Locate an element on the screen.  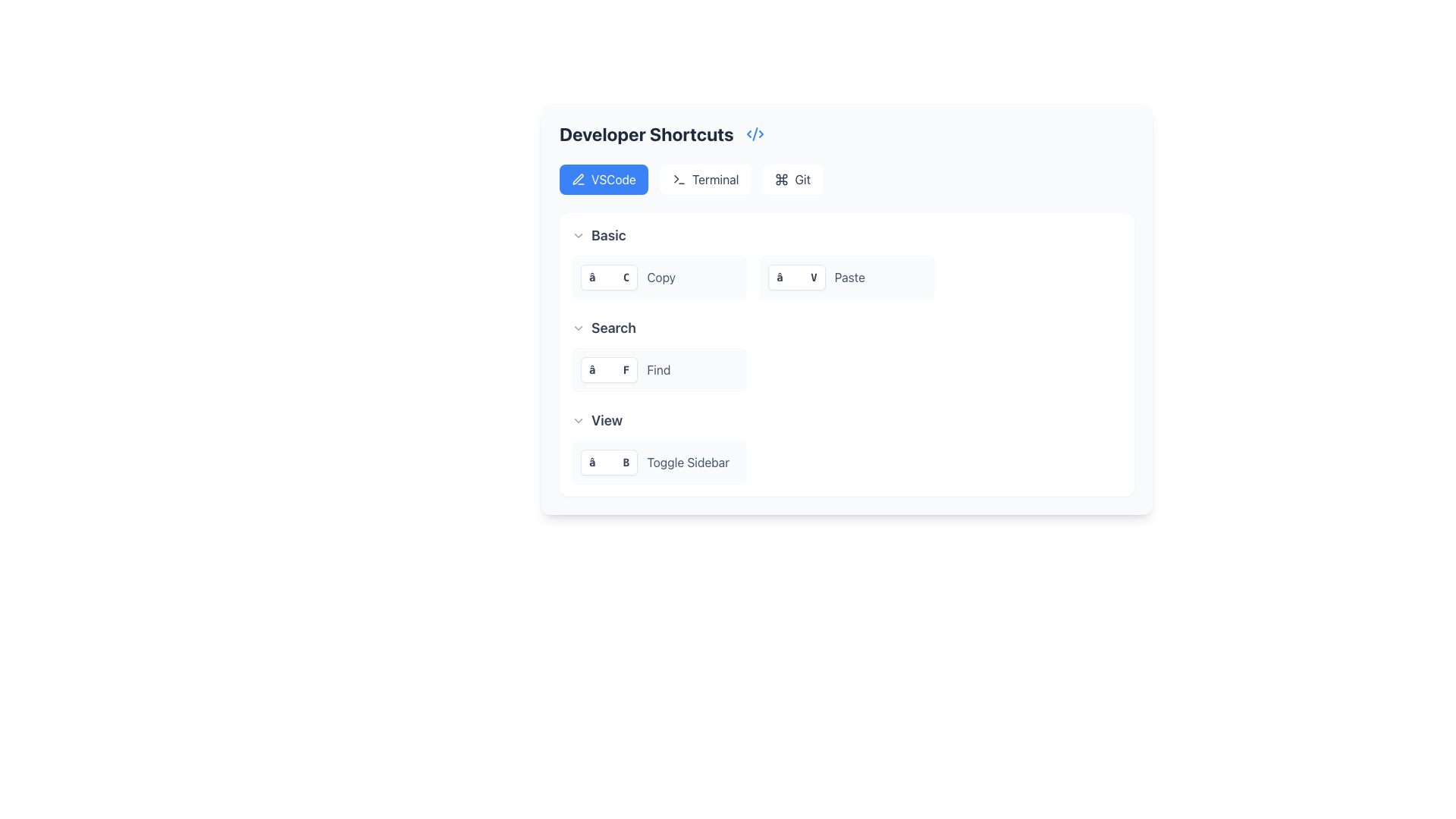
descriptive label for the shortcut that indicates pressing '⌘ B' will toggle the visibility of the sidebar in the application, located in the bottommost section under the 'View' category is located at coordinates (659, 461).